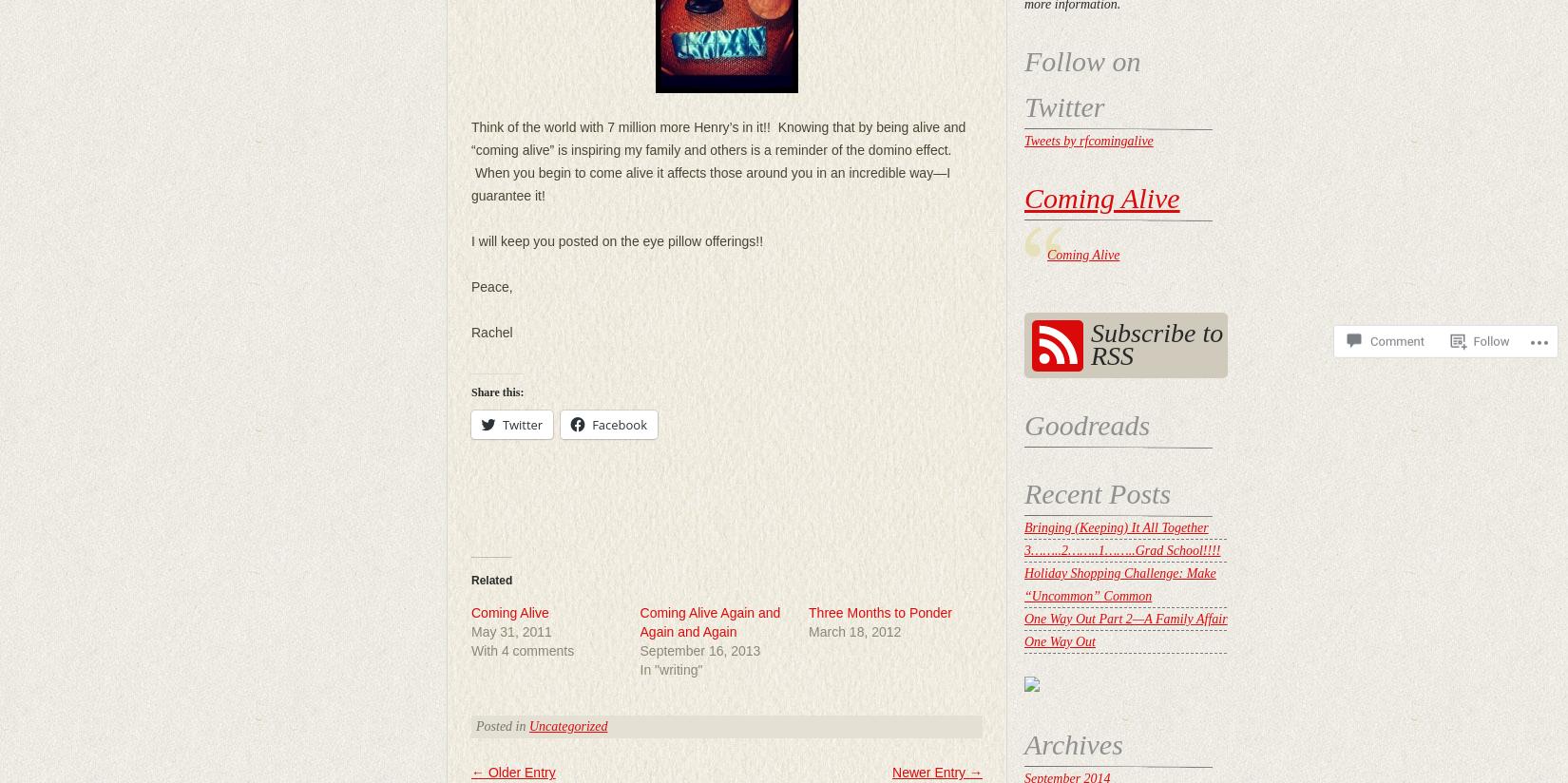 The image size is (1568, 783). What do you see at coordinates (1081, 83) in the screenshot?
I see `'Follow on Twitter'` at bounding box center [1081, 83].